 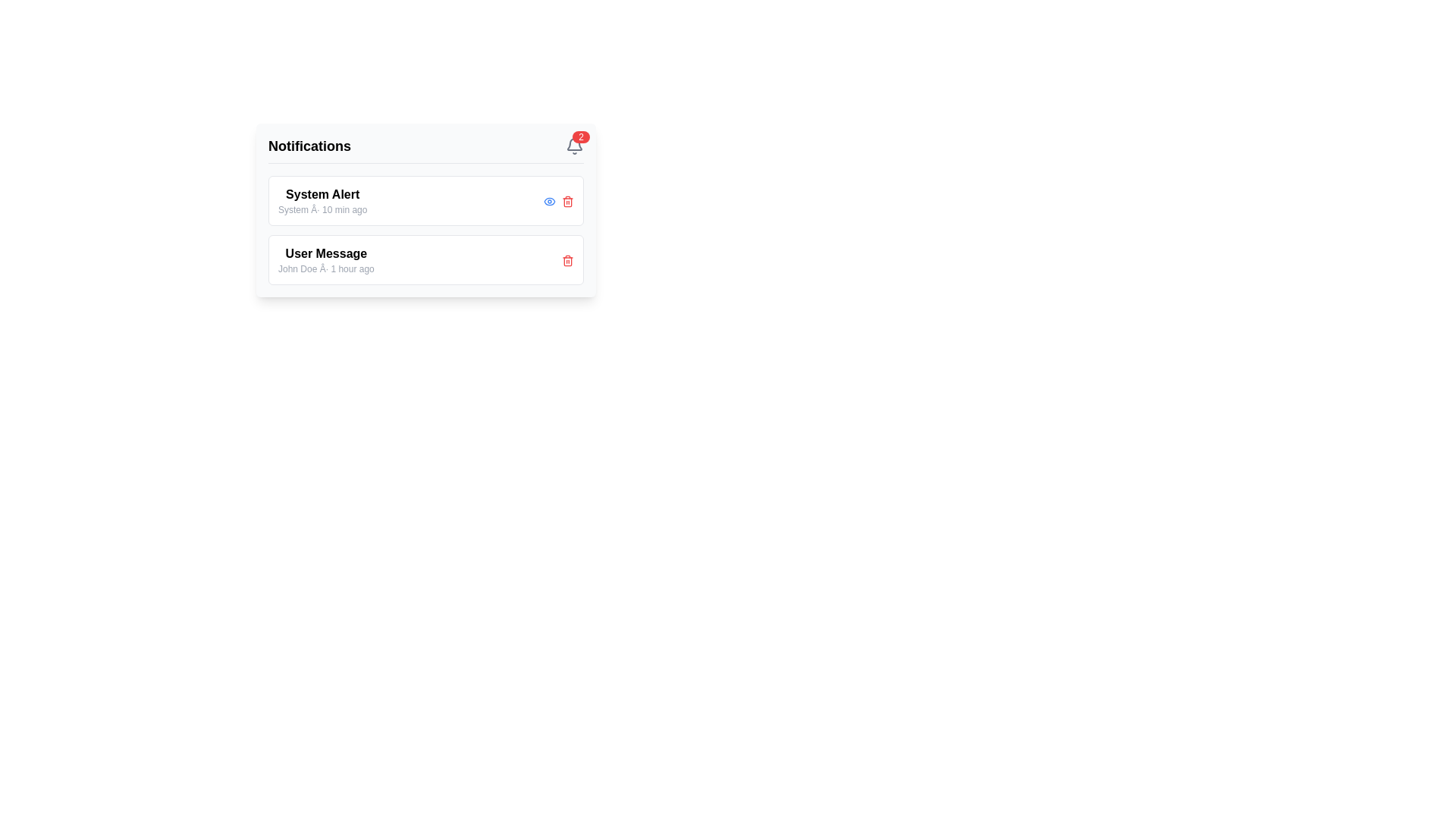 What do you see at coordinates (325, 253) in the screenshot?
I see `the title text of the notification message located in the lower notification card under the 'Notifications' section, which is the first text component above the context text` at bounding box center [325, 253].